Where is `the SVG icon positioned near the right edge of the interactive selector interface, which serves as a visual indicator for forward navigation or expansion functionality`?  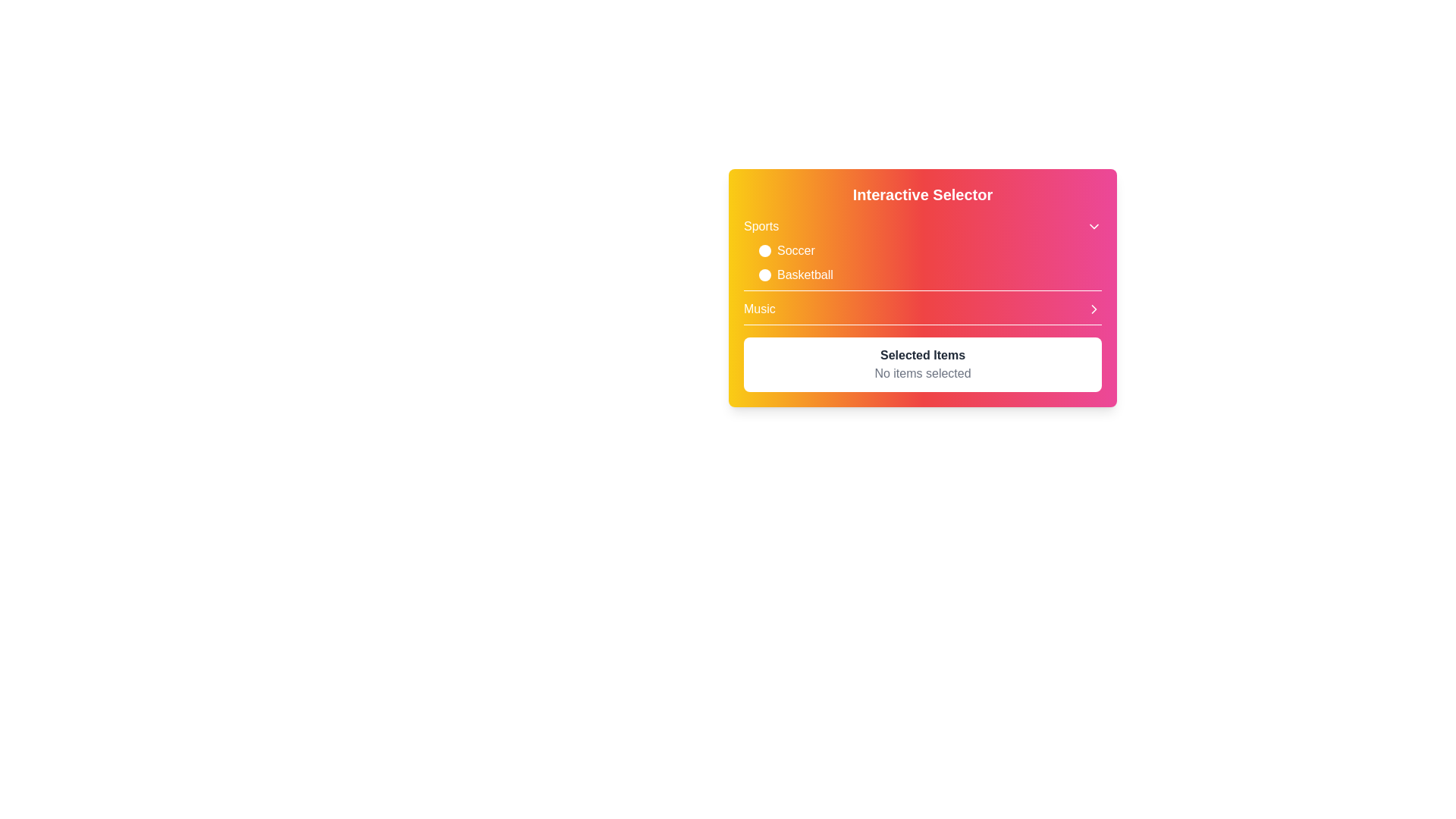 the SVG icon positioned near the right edge of the interactive selector interface, which serves as a visual indicator for forward navigation or expansion functionality is located at coordinates (1094, 309).